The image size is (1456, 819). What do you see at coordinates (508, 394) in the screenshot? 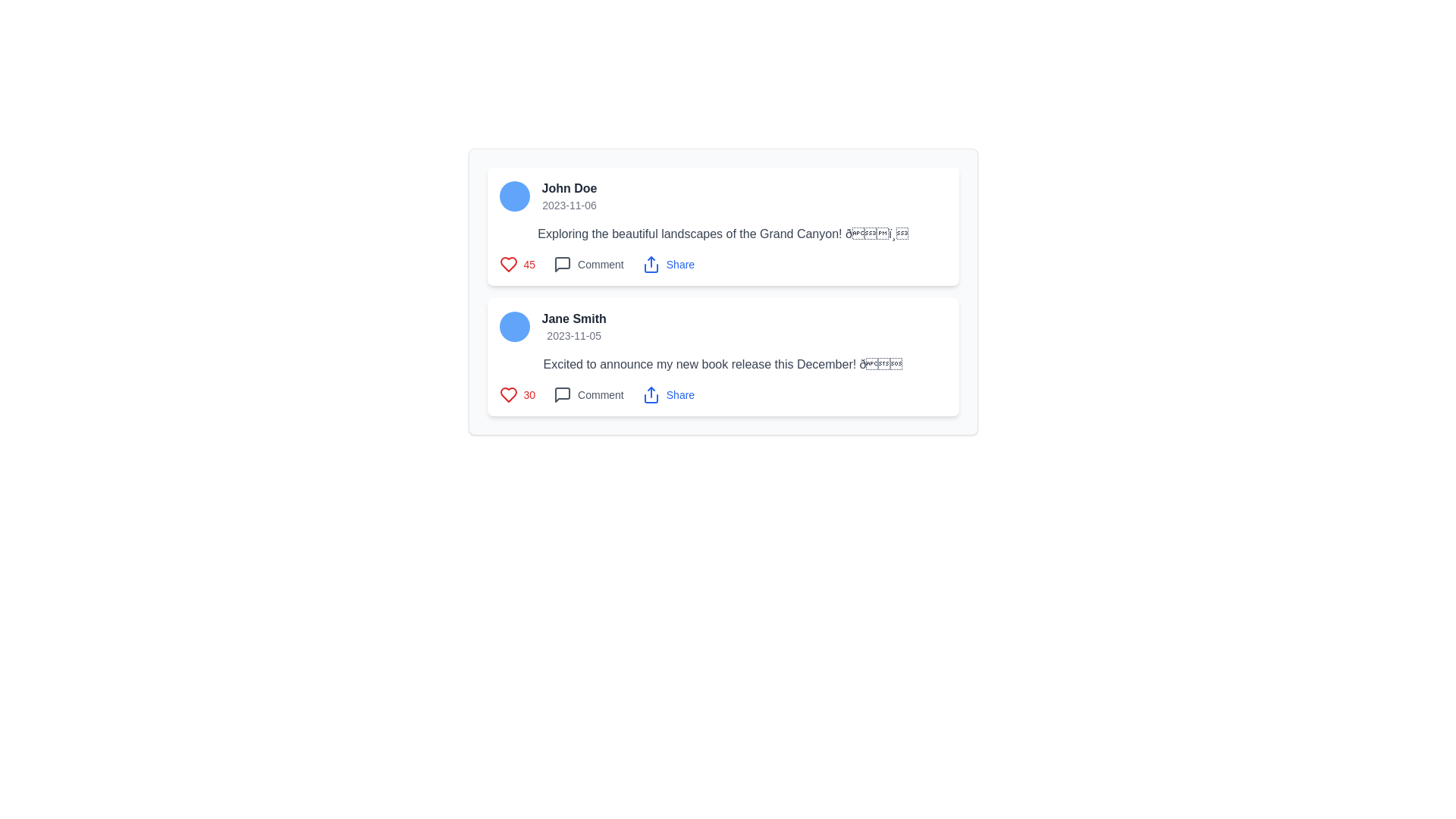
I see `the heart-shaped icon located to the left of the numeric label '30' under Jane Smith's post` at bounding box center [508, 394].